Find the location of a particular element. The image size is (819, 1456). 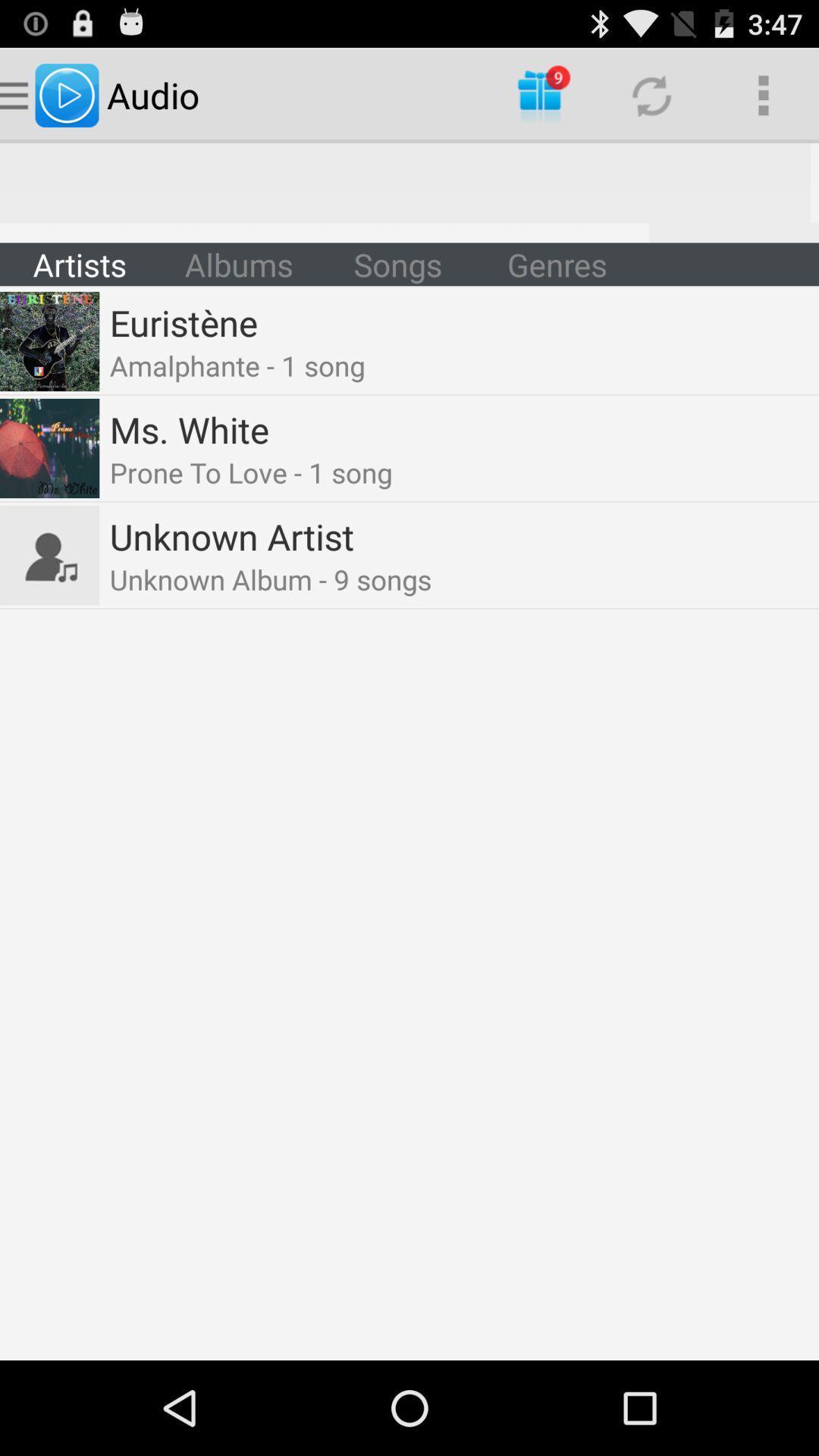

the app next to the audio item is located at coordinates (539, 94).